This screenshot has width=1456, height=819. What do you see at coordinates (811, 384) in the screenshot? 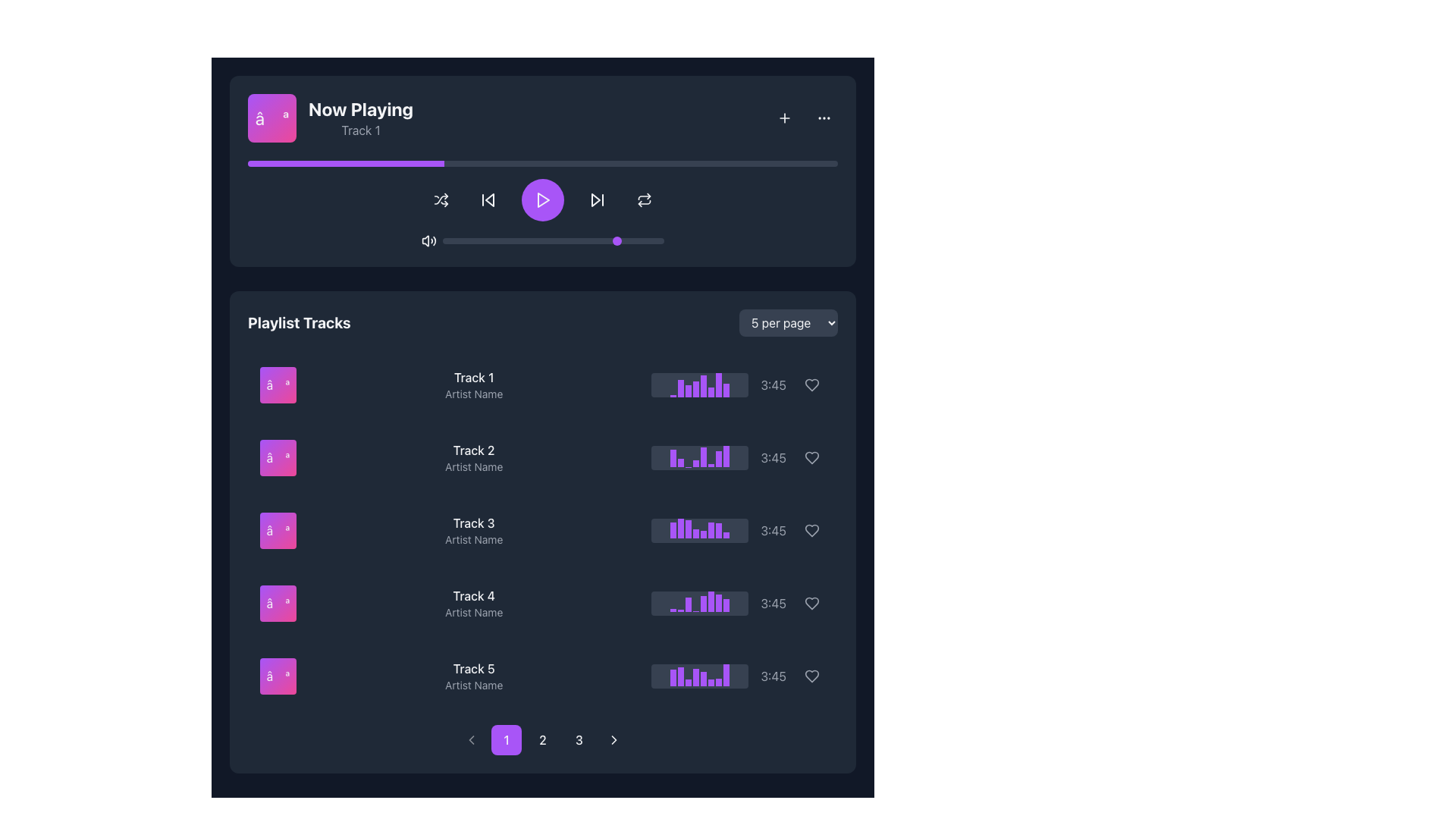
I see `the favorite indicator button located in the lower right segment of the first track item in the Playlist Tracks section` at bounding box center [811, 384].